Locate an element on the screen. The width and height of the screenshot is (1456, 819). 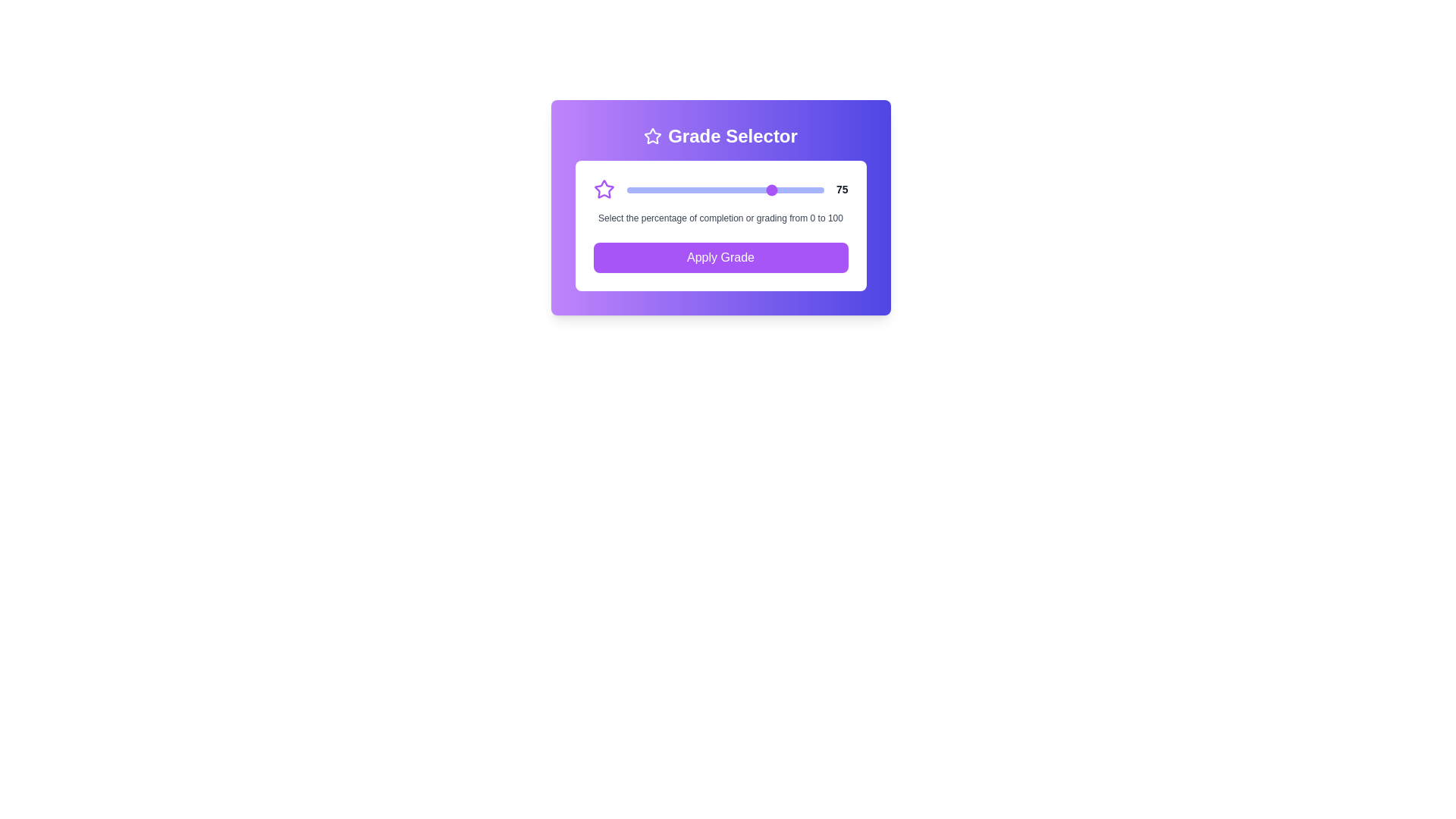
the slider is located at coordinates (656, 189).